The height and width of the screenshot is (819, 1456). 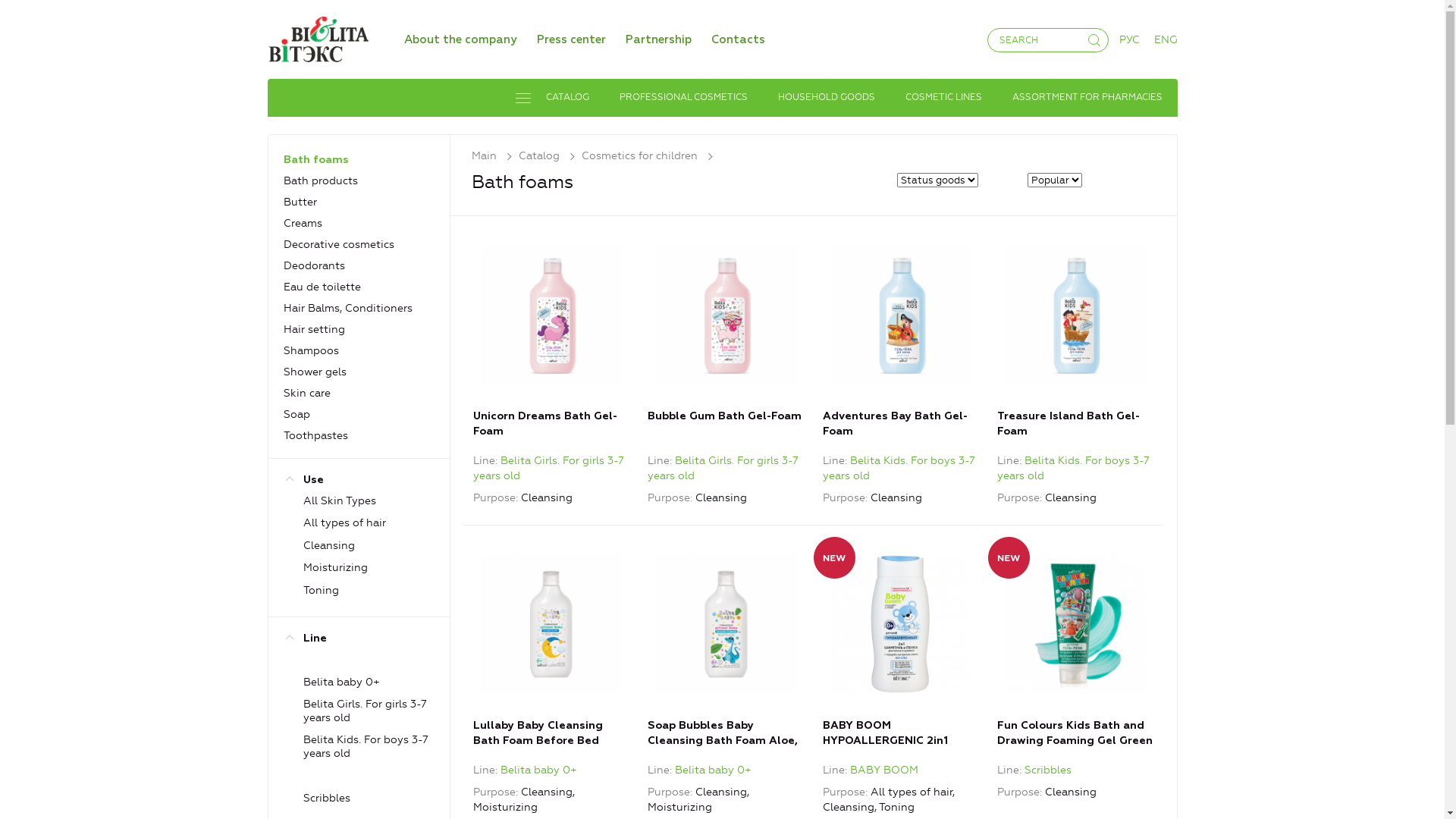 What do you see at coordinates (1165, 39) in the screenshot?
I see `'ENG'` at bounding box center [1165, 39].